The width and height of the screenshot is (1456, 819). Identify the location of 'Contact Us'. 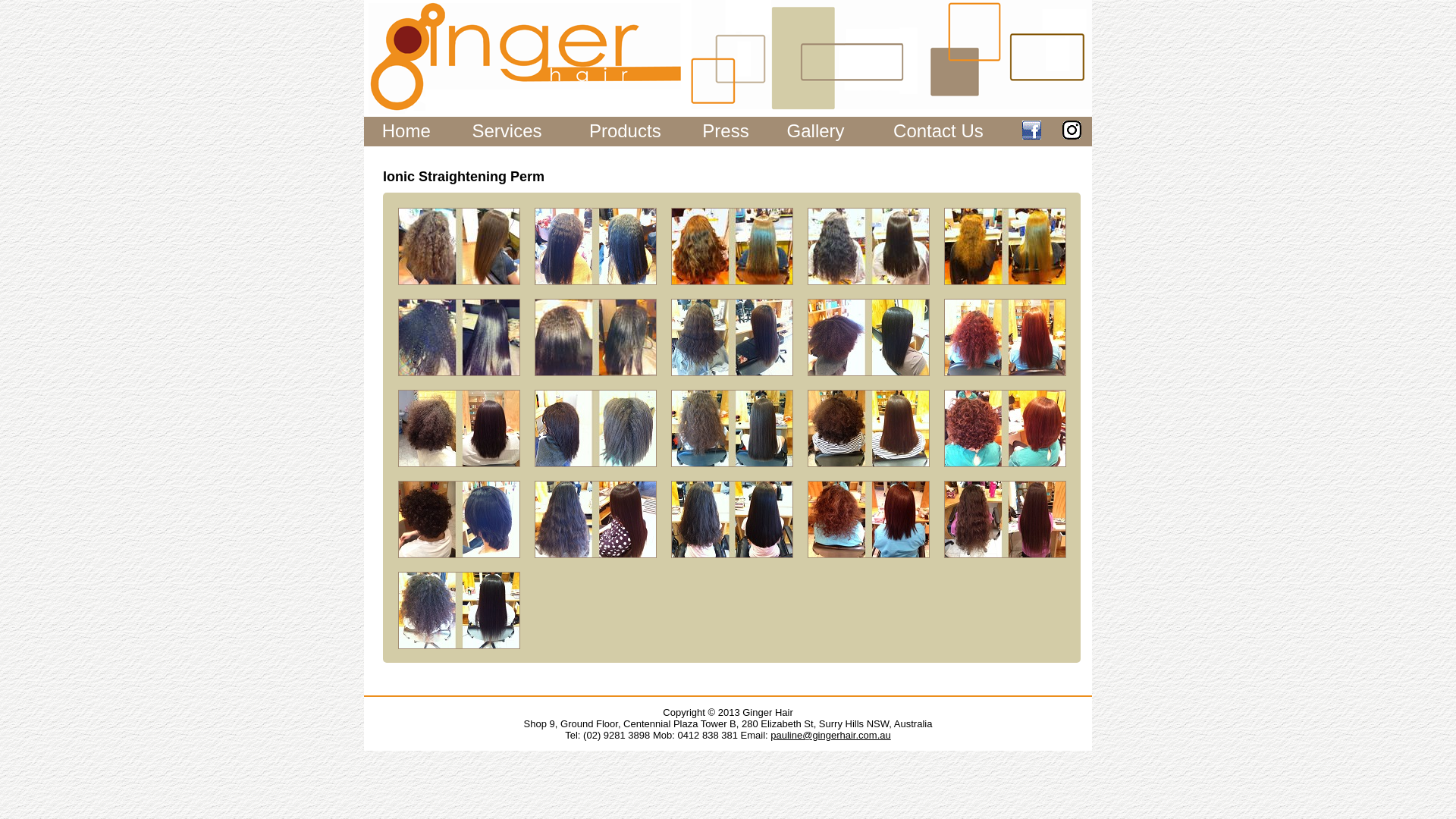
(937, 130).